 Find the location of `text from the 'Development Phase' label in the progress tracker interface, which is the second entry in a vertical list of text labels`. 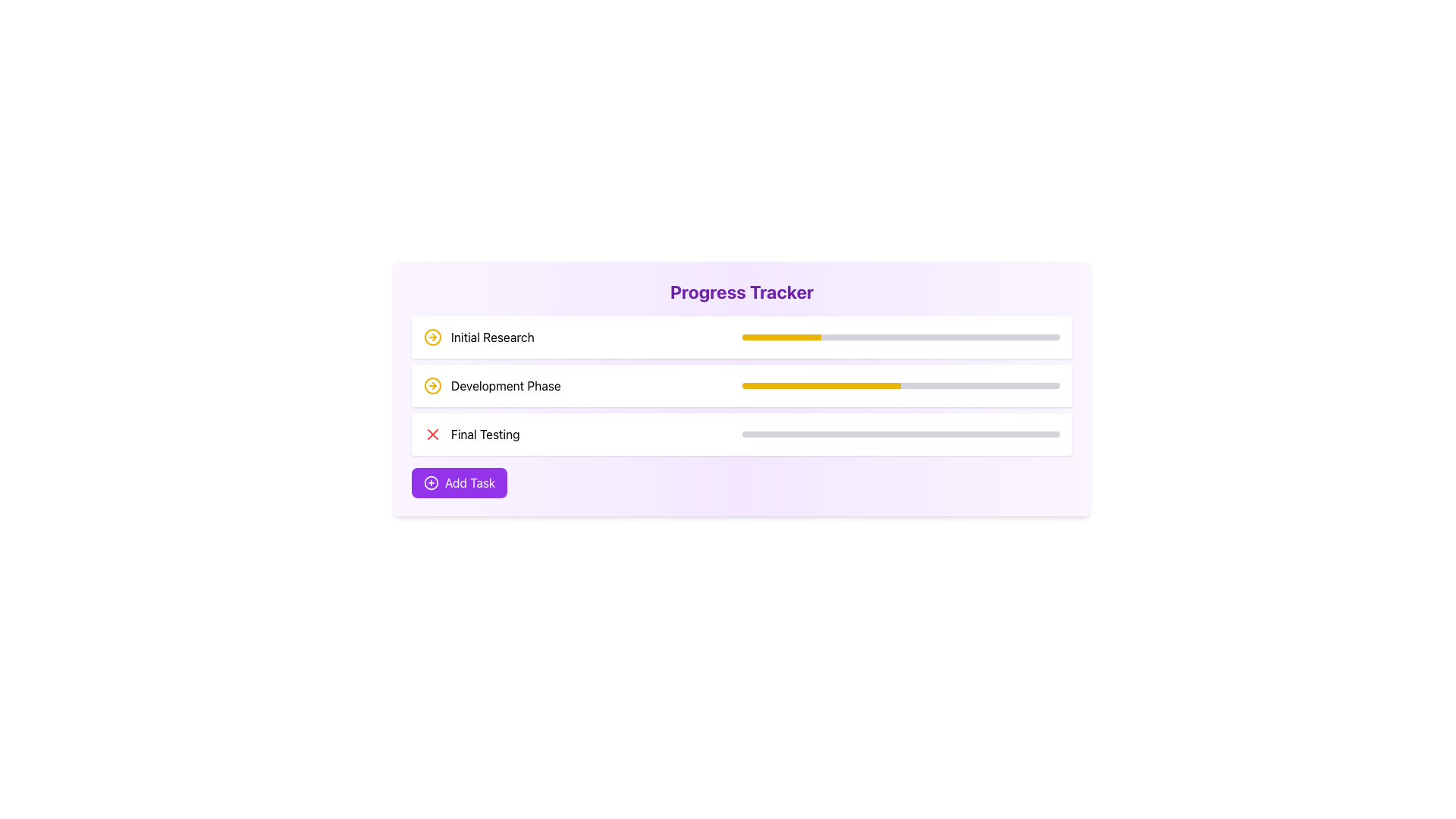

text from the 'Development Phase' label in the progress tracker interface, which is the second entry in a vertical list of text labels is located at coordinates (506, 385).